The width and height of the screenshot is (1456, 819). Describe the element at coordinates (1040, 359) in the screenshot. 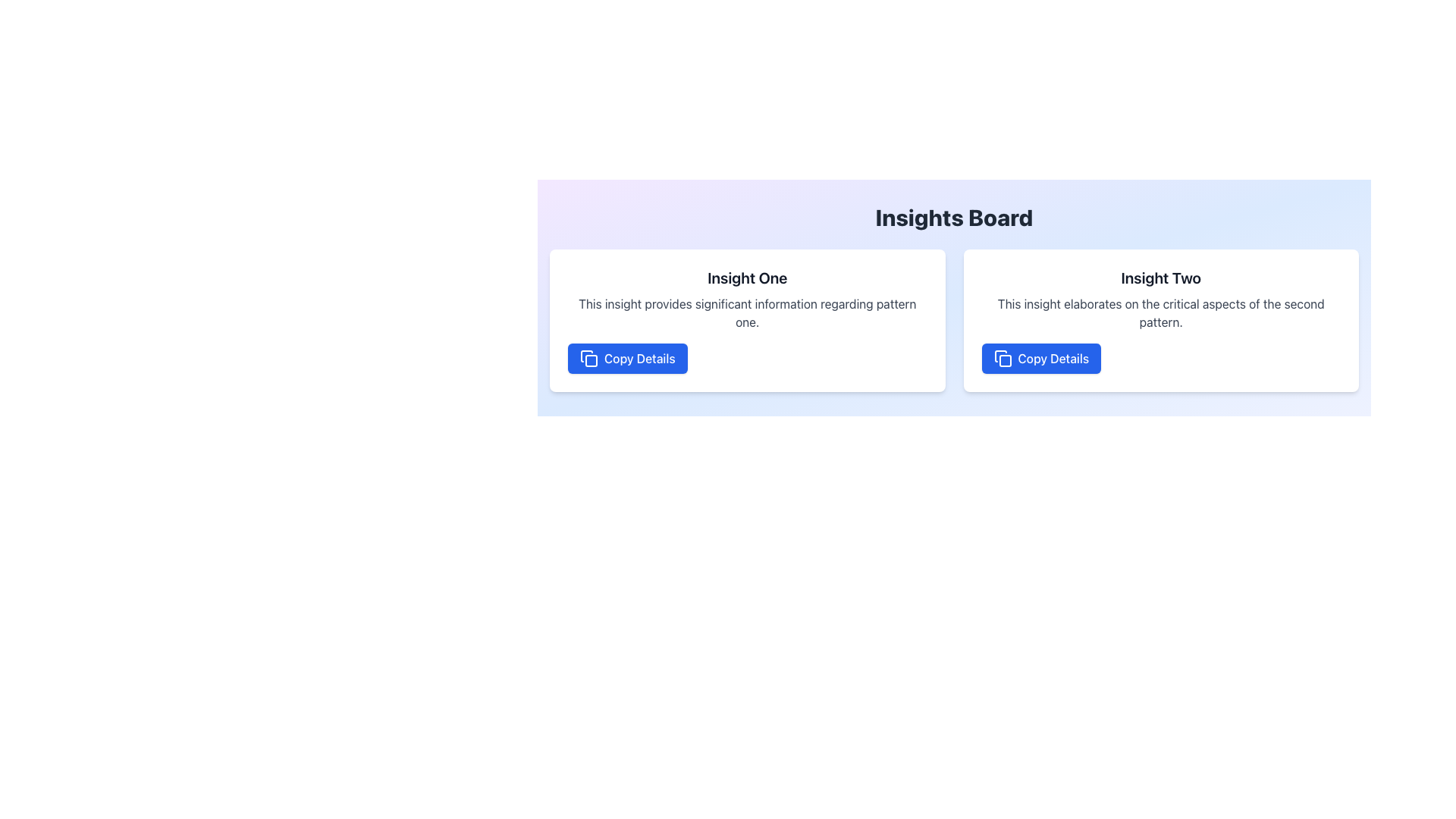

I see `the button located below the description text of the second insight to copy the details` at that location.